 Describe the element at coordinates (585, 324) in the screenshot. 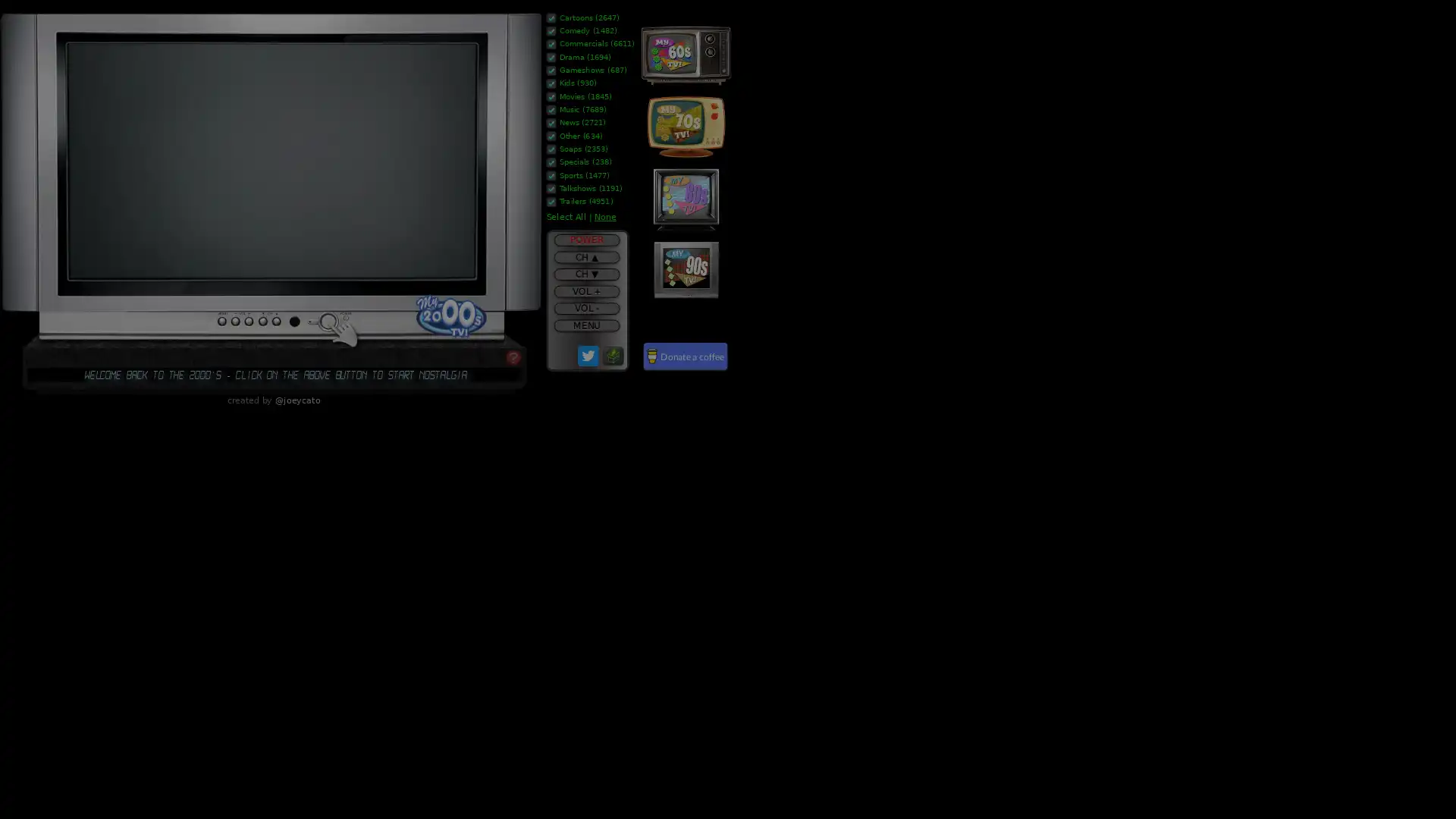

I see `MENU` at that location.